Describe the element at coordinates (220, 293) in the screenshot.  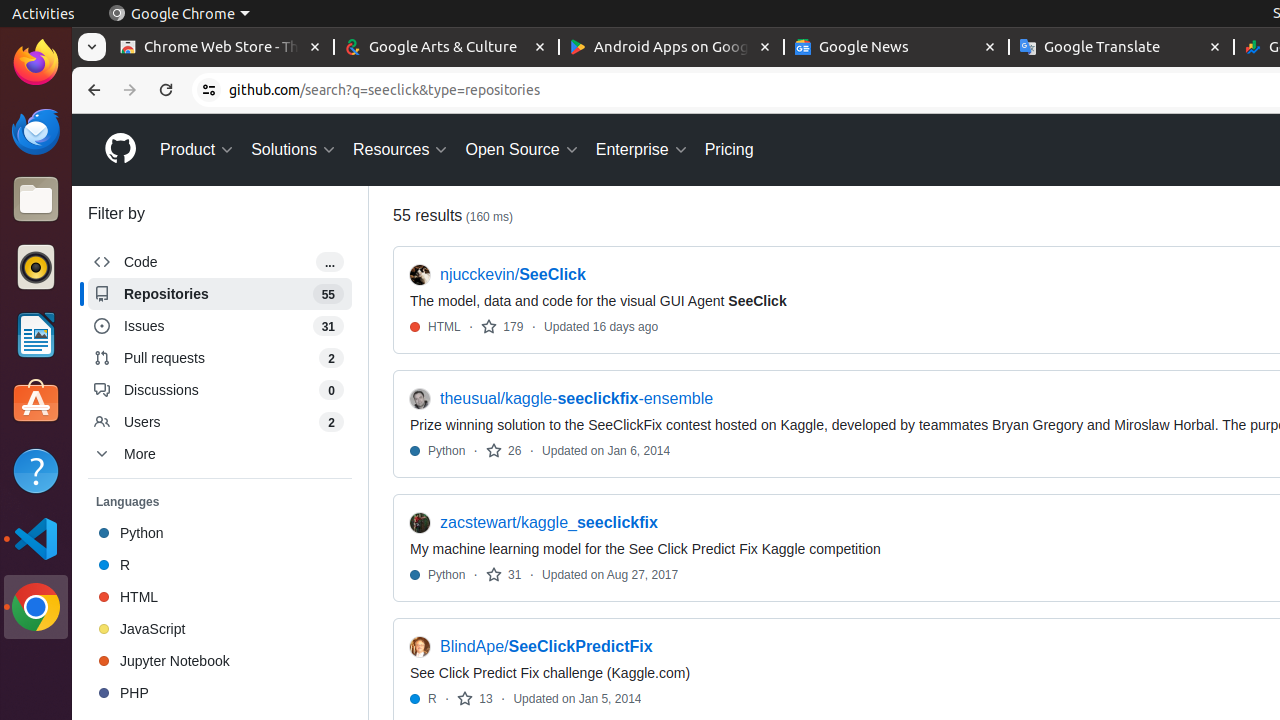
I see `'Repositories , 55 results  (55)'` at that location.